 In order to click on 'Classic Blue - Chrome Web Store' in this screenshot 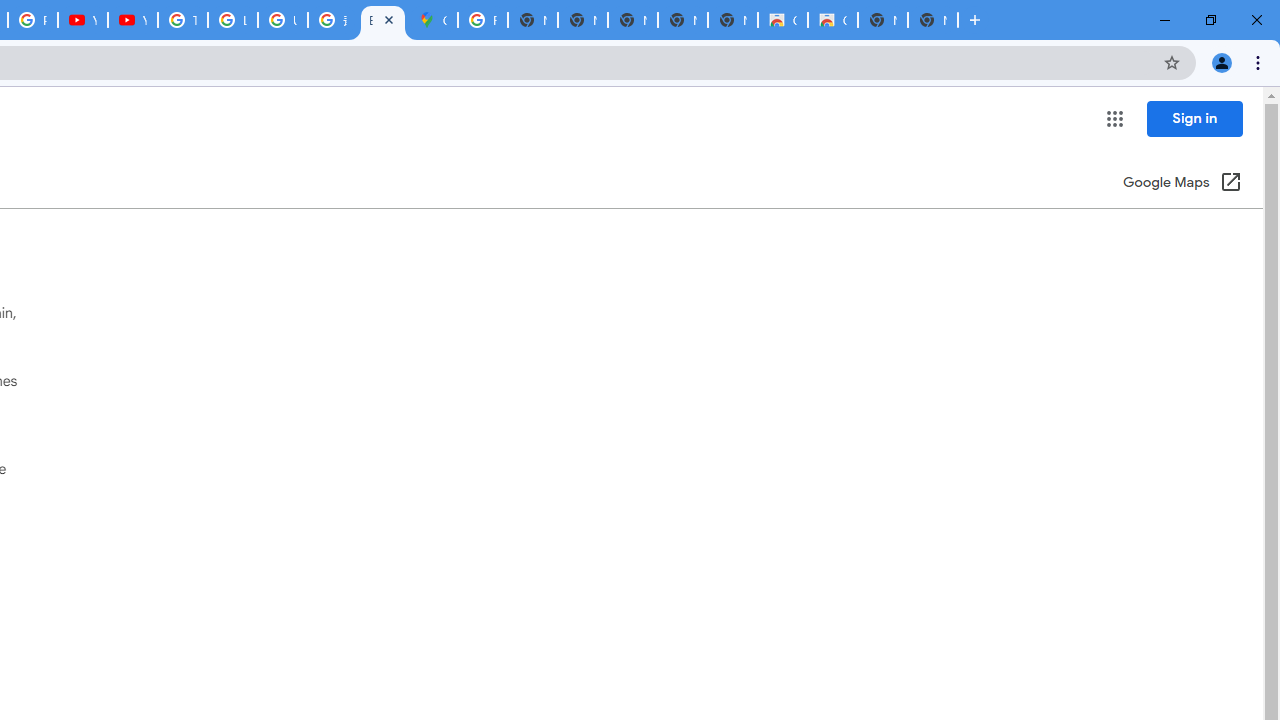, I will do `click(781, 20)`.